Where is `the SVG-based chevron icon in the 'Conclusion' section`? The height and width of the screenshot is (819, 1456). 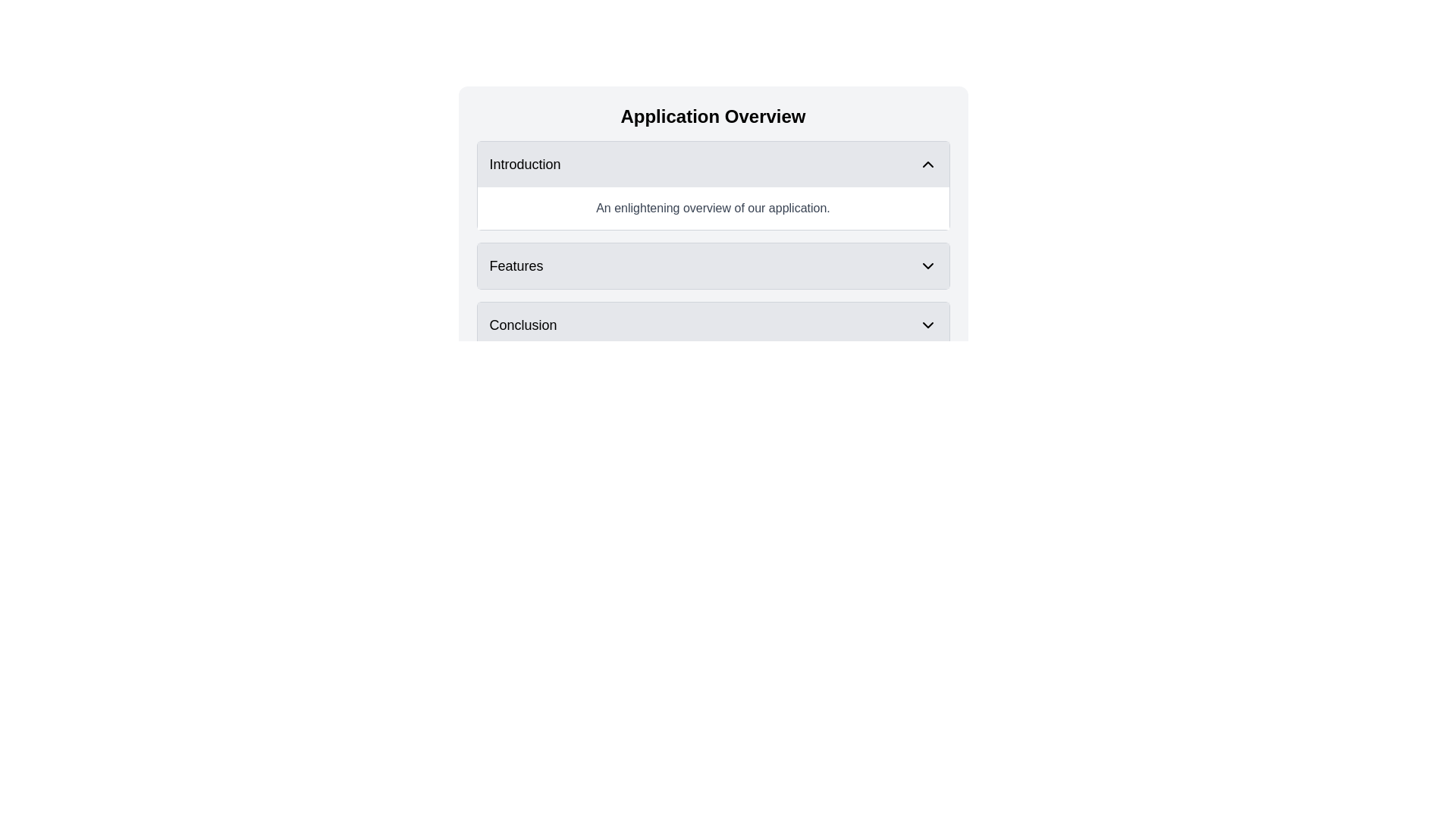 the SVG-based chevron icon in the 'Conclusion' section is located at coordinates (927, 324).